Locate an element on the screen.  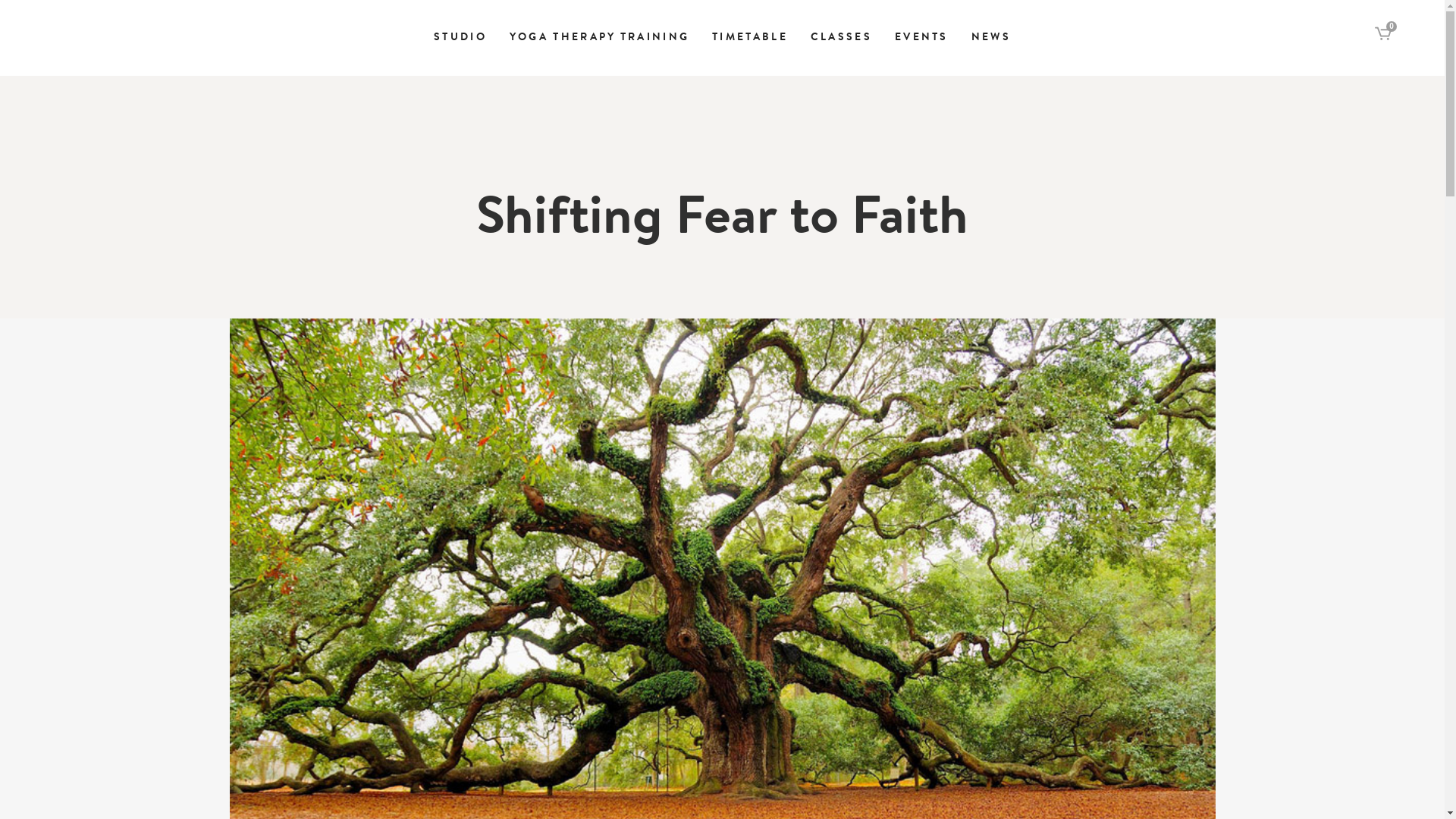
'TIMETABLE' is located at coordinates (700, 37).